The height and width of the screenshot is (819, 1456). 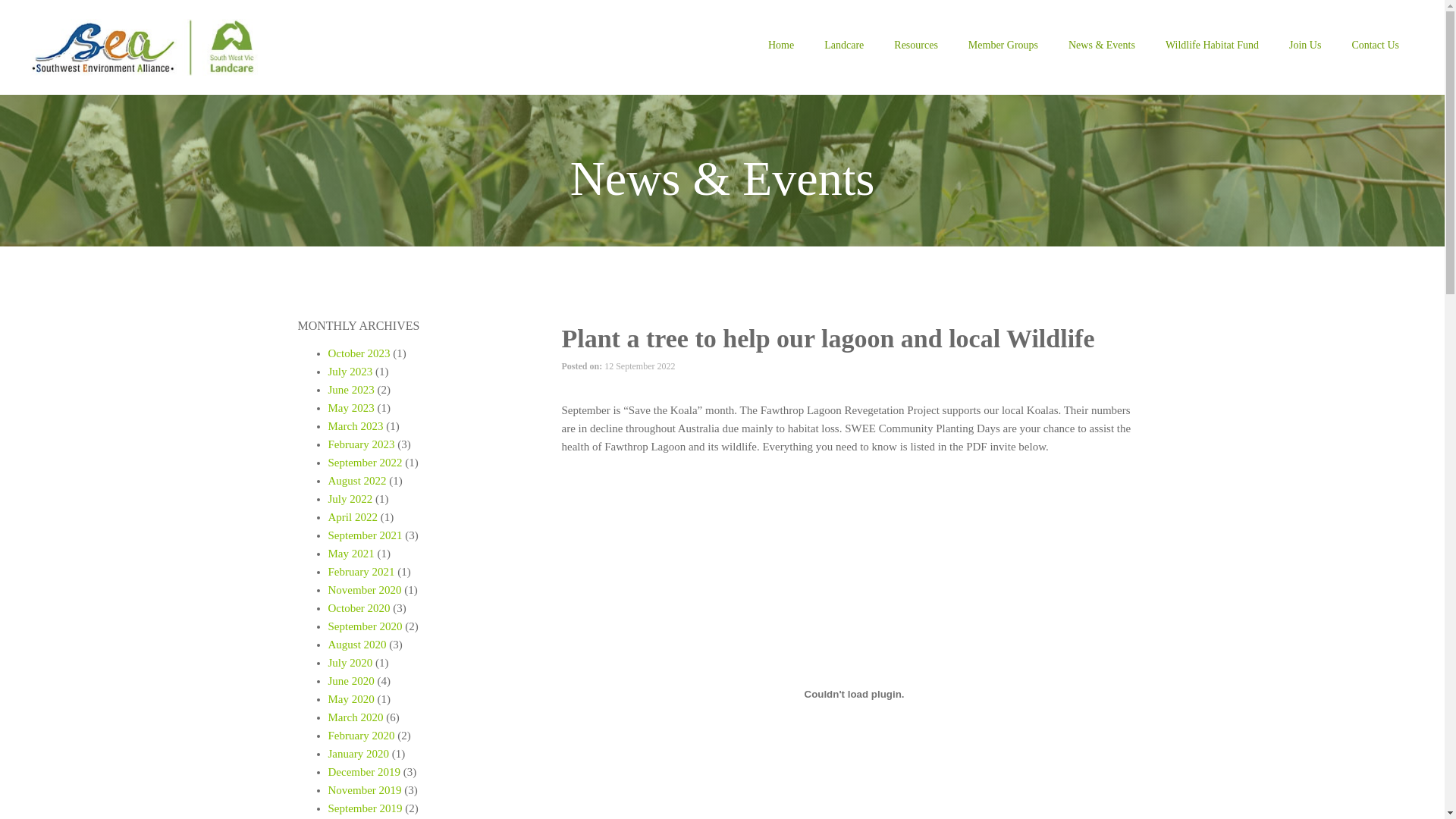 What do you see at coordinates (1102, 46) in the screenshot?
I see `'News & Events'` at bounding box center [1102, 46].